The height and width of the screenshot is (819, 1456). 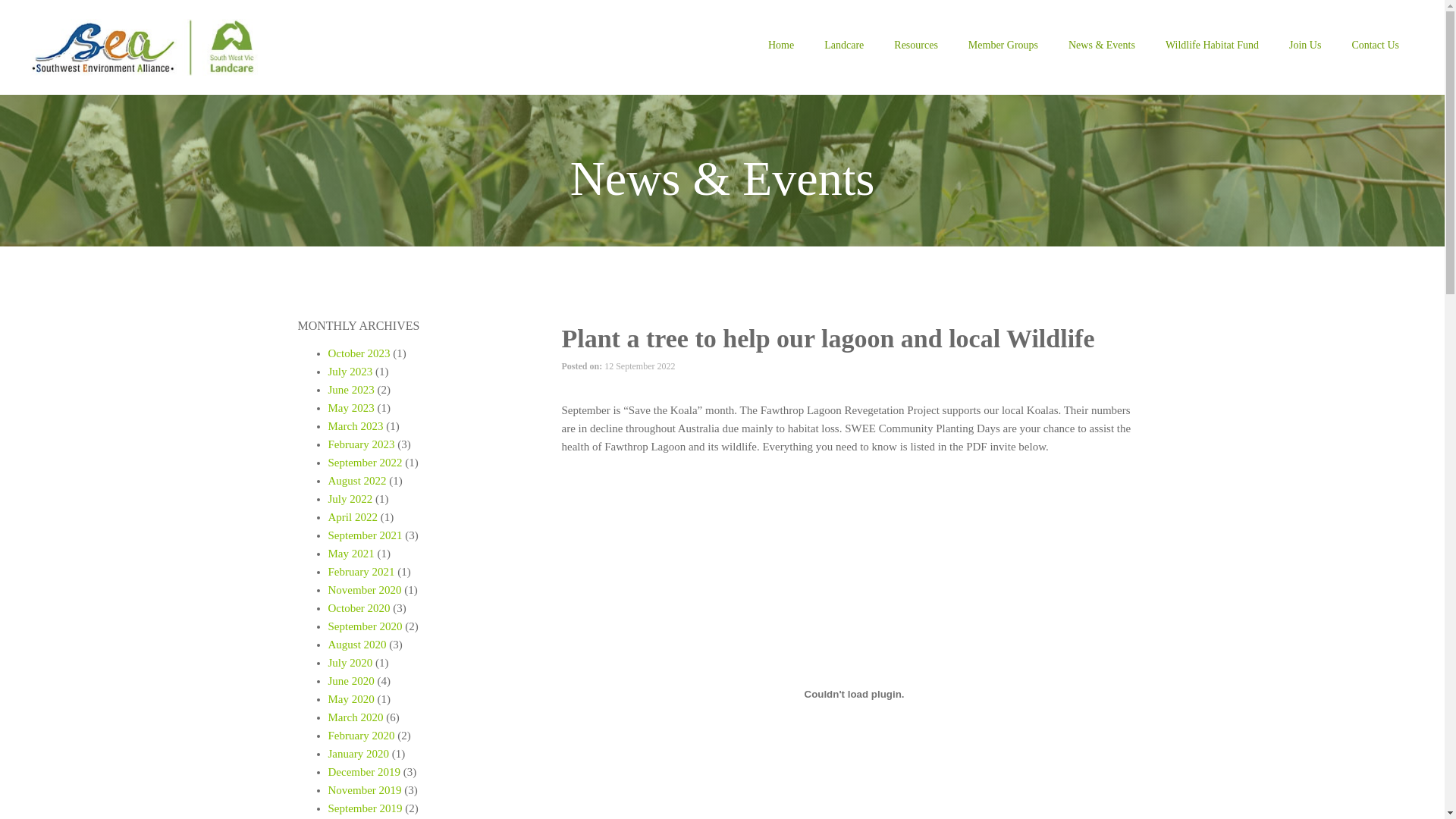 What do you see at coordinates (1102, 46) in the screenshot?
I see `'News & Events'` at bounding box center [1102, 46].